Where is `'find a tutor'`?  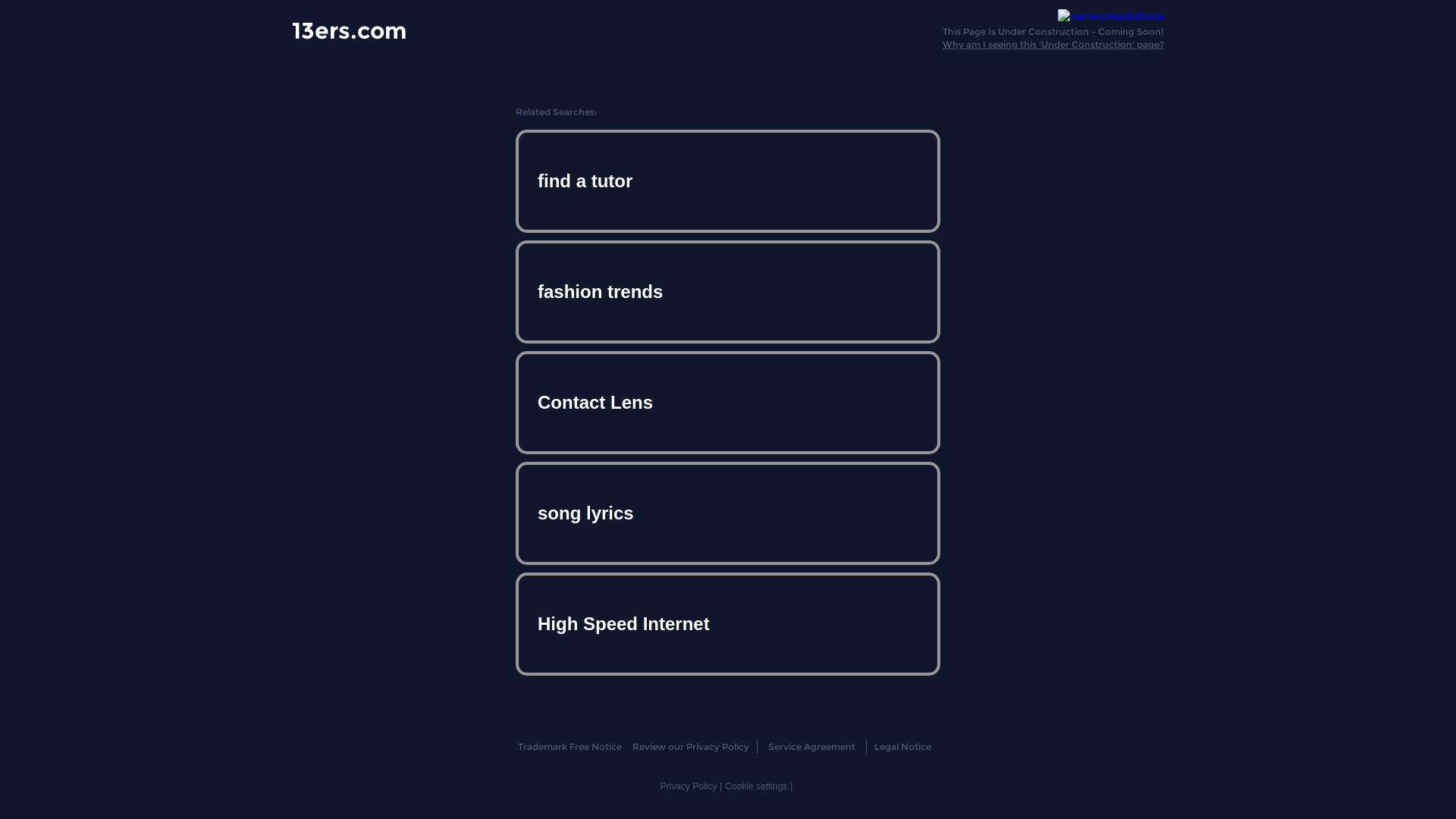 'find a tutor' is located at coordinates (728, 180).